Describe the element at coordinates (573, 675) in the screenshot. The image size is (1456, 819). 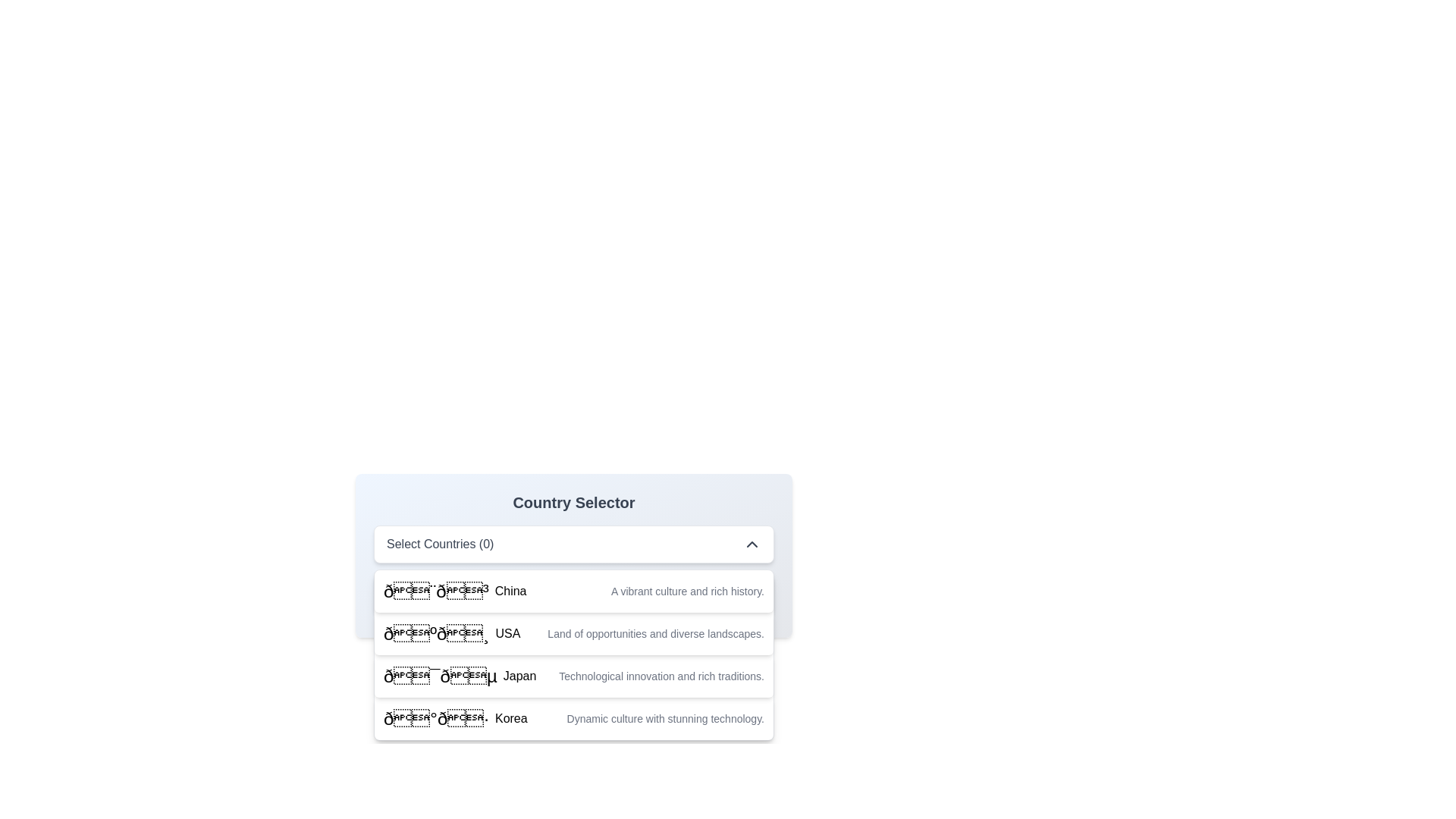
I see `the third list item in the dropdown menu that features the Japan flag emoji and the text 'Japan'` at that location.